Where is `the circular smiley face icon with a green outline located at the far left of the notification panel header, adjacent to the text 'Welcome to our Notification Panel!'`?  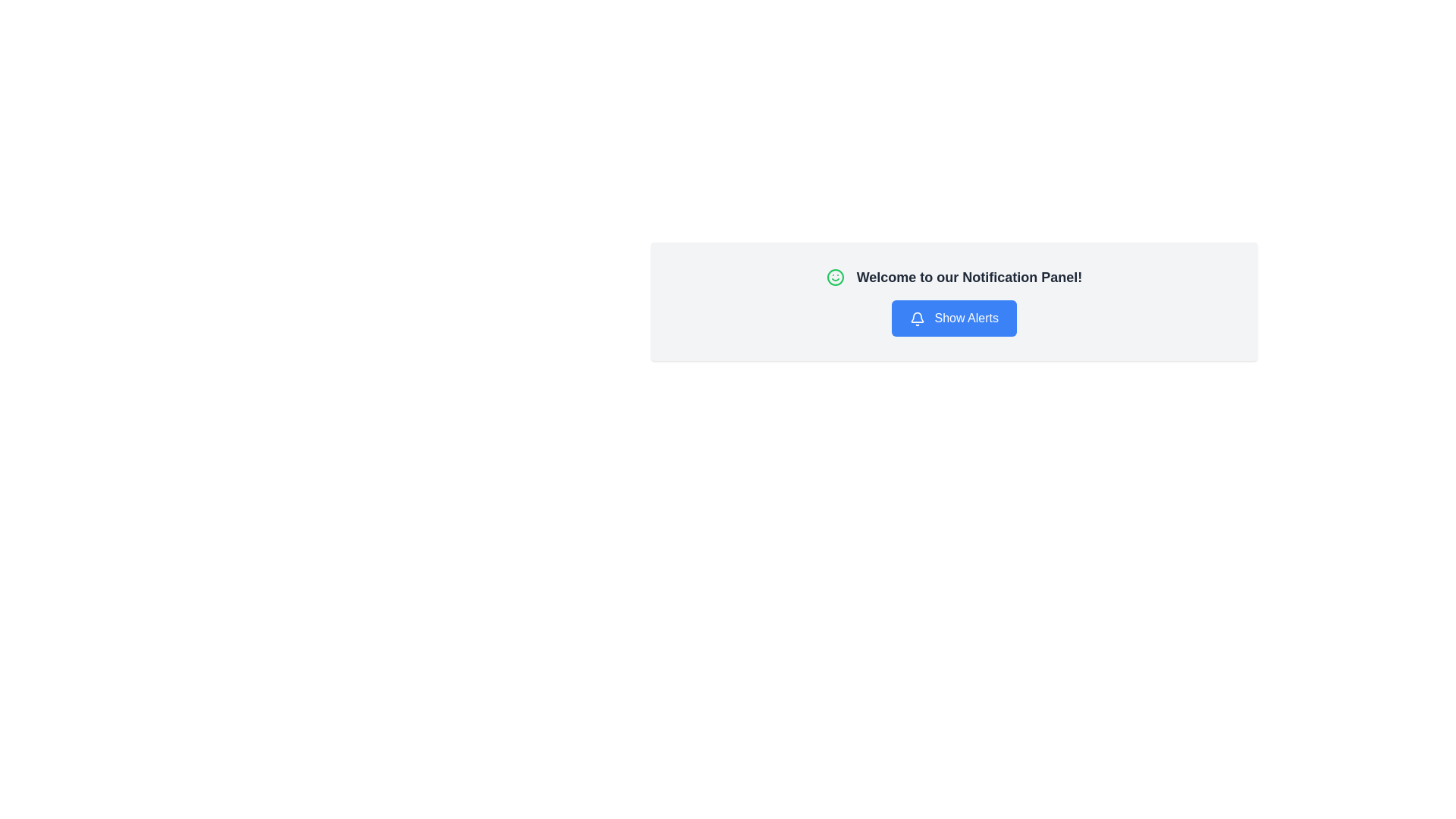
the circular smiley face icon with a green outline located at the far left of the notification panel header, adjacent to the text 'Welcome to our Notification Panel!' is located at coordinates (834, 278).